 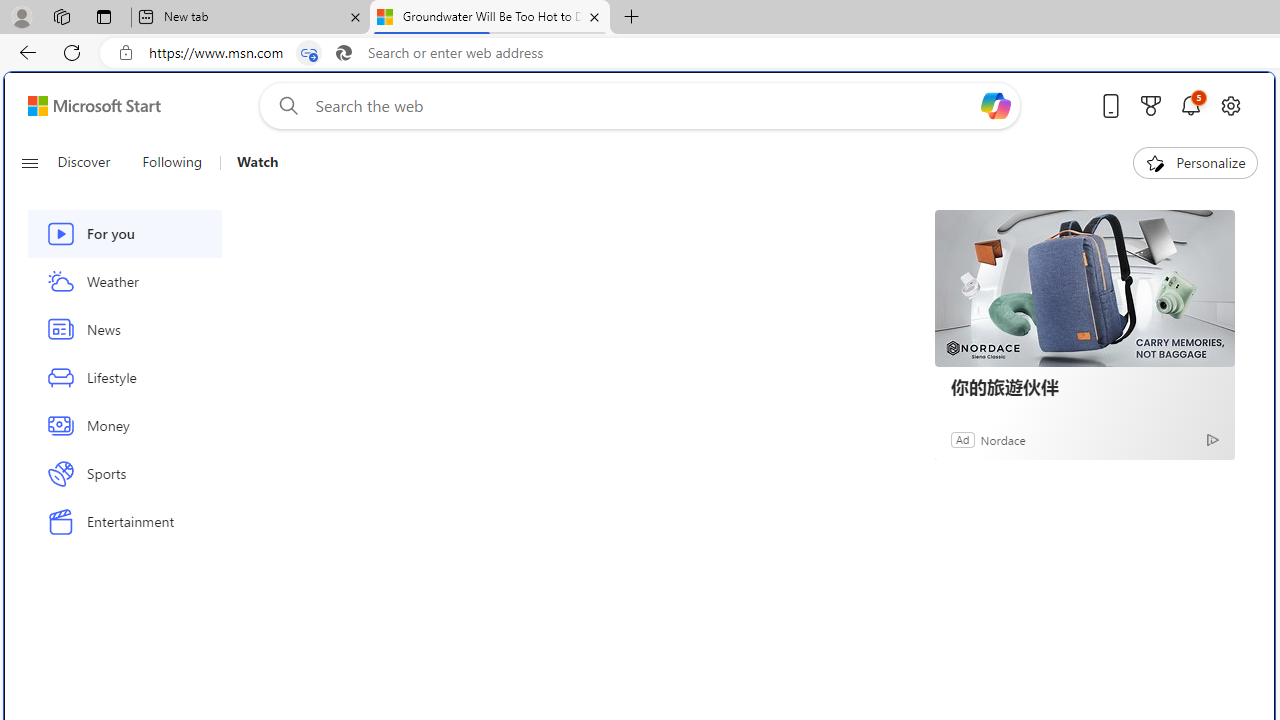 I want to click on 'Following', so click(x=172, y=162).